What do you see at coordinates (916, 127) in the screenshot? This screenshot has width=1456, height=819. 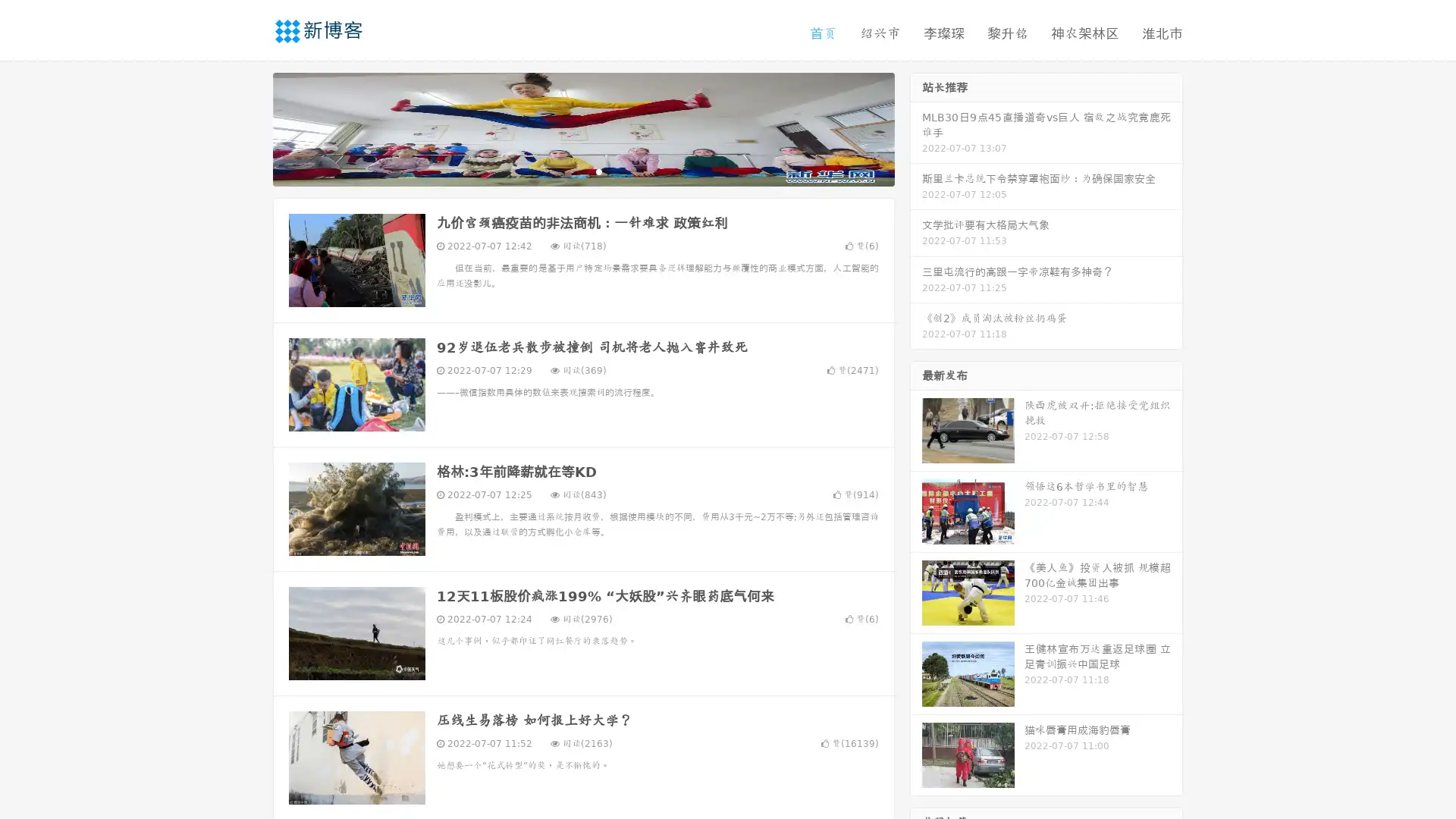 I see `Next slide` at bounding box center [916, 127].